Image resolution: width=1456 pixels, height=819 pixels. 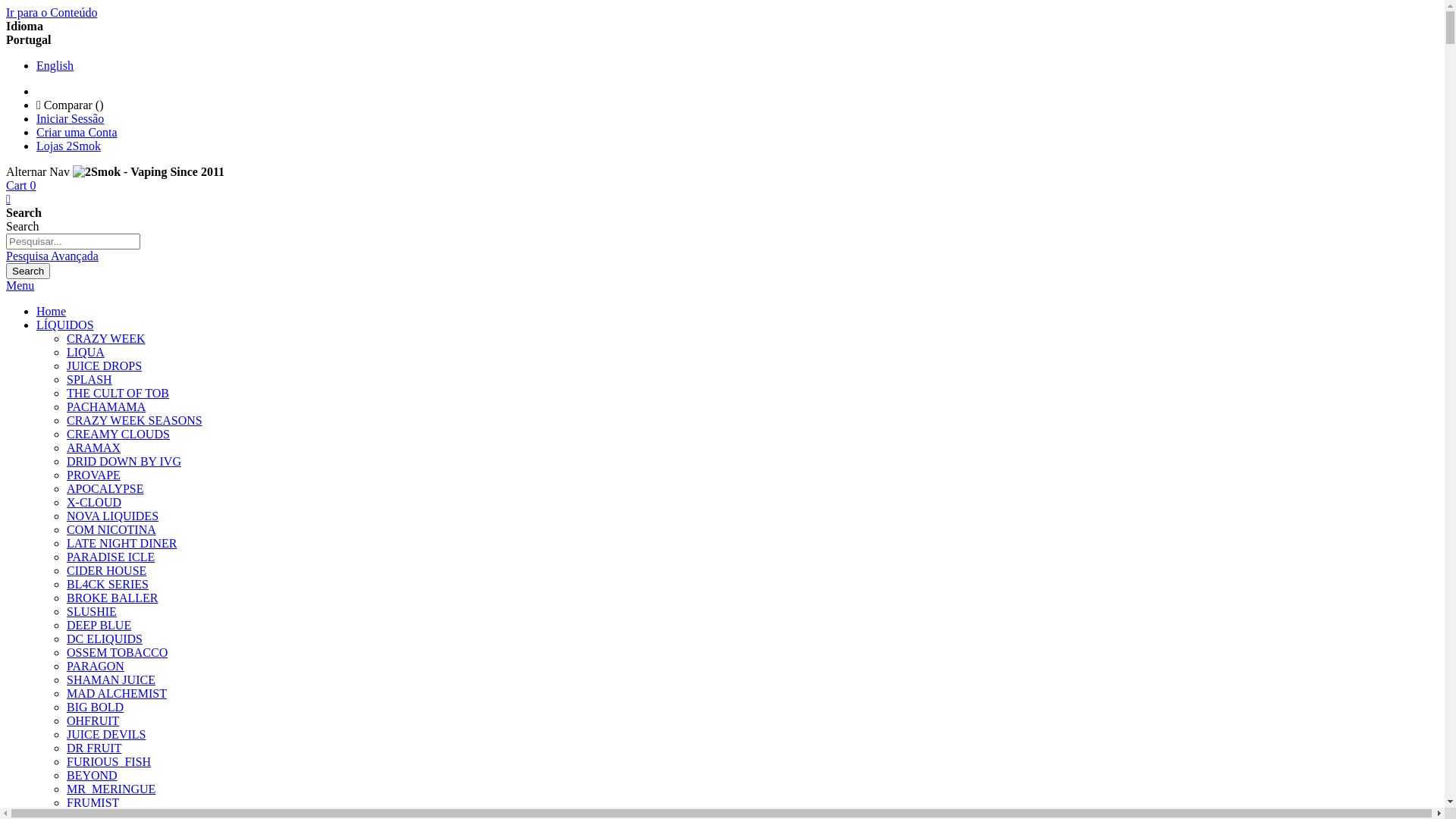 What do you see at coordinates (93, 447) in the screenshot?
I see `'ARAMAX'` at bounding box center [93, 447].